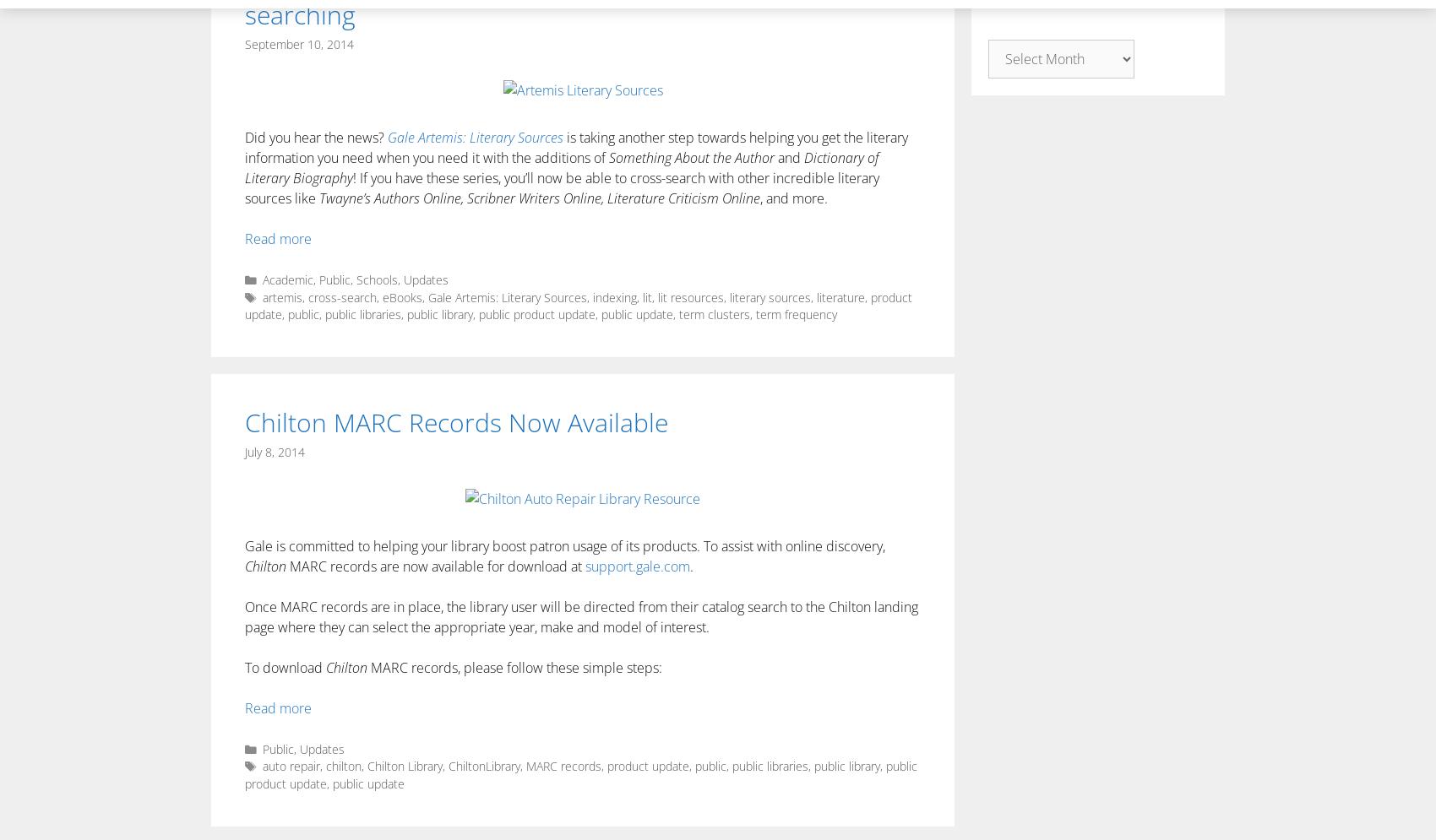 This screenshot has height=840, width=1436. Describe the element at coordinates (690, 295) in the screenshot. I see `'lit resources'` at that location.